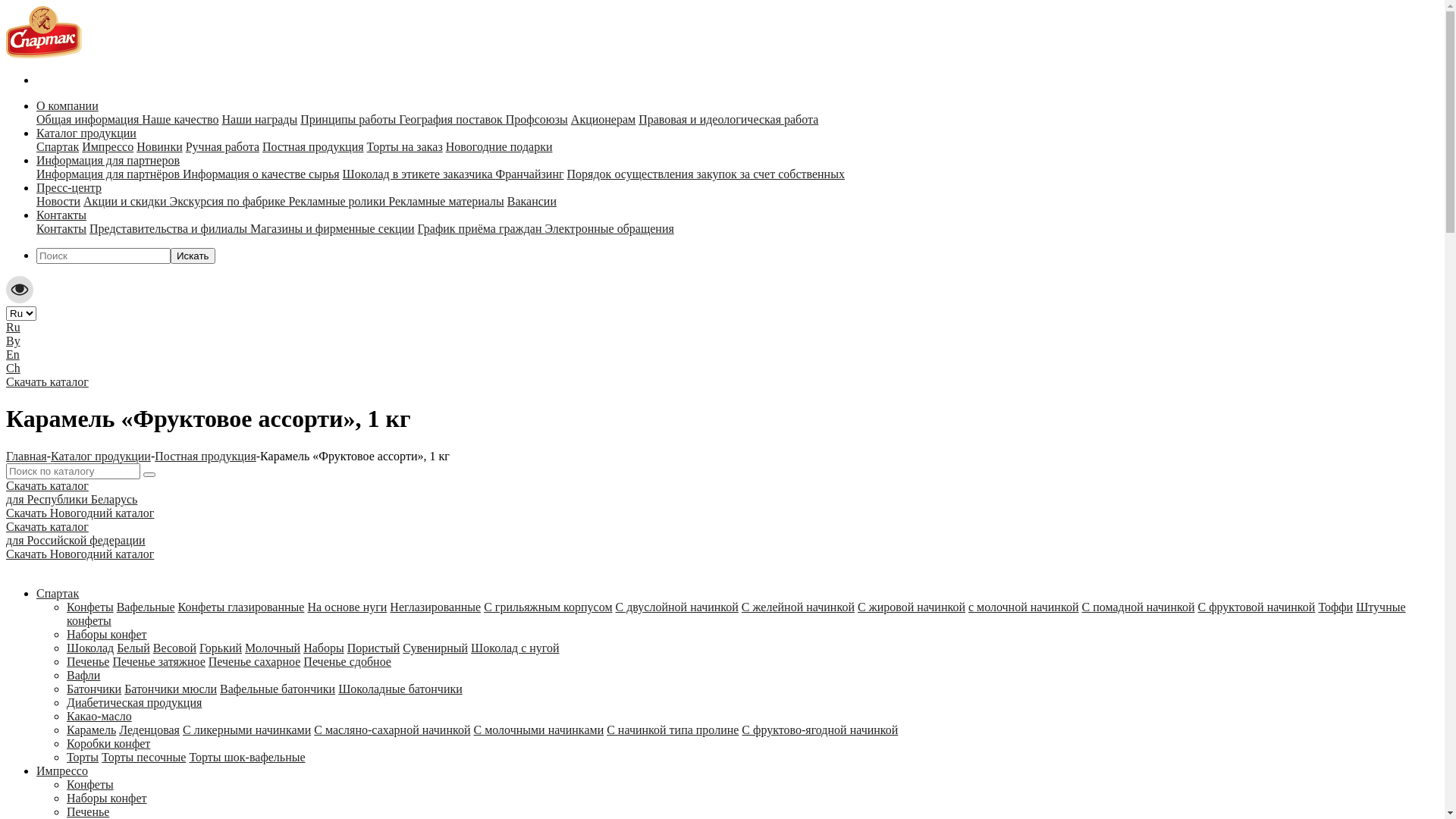  What do you see at coordinates (6, 368) in the screenshot?
I see `'Ch'` at bounding box center [6, 368].